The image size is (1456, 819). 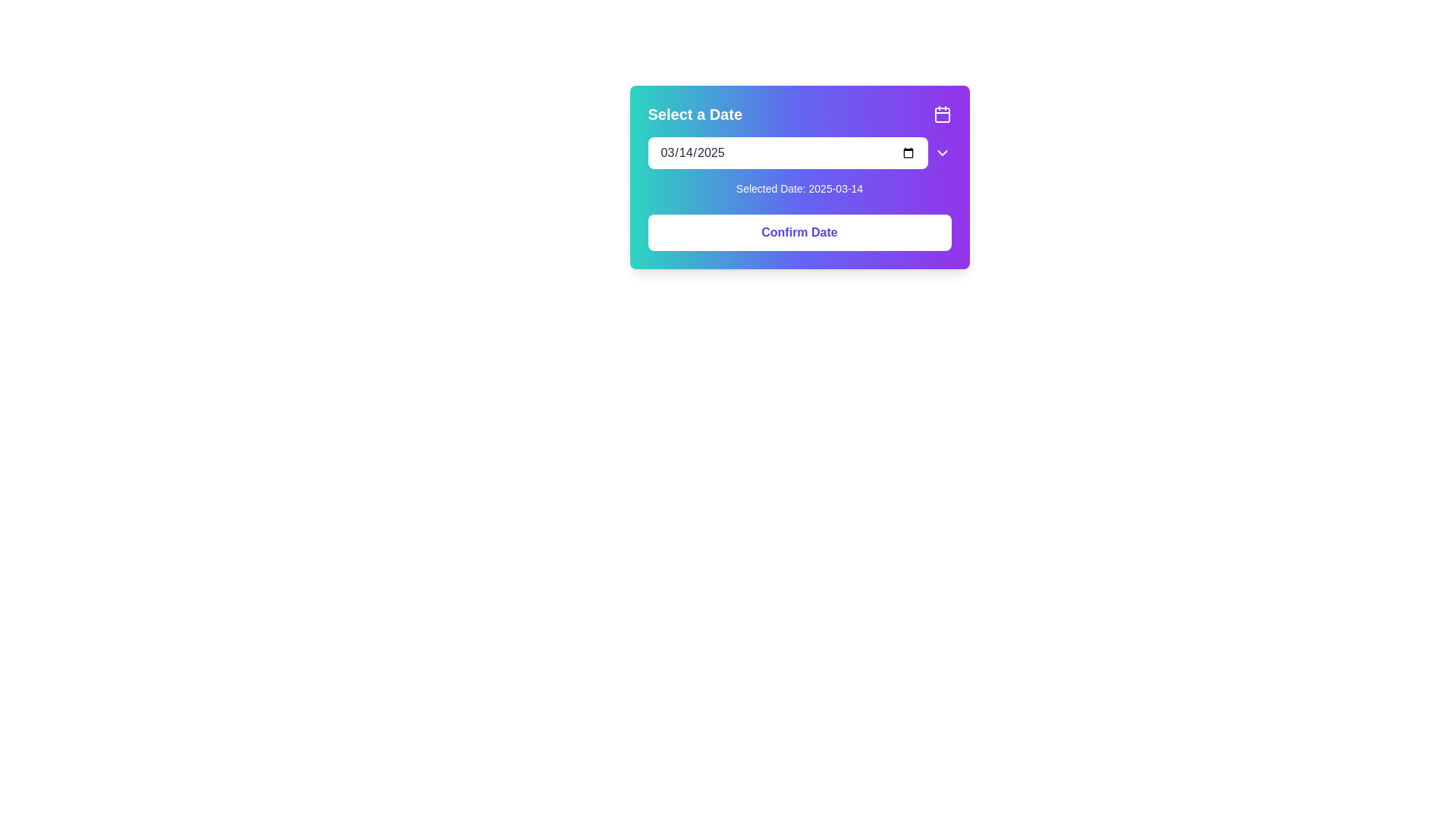 What do you see at coordinates (942, 152) in the screenshot?
I see `the button/icon located immediately to the right of the date input field` at bounding box center [942, 152].